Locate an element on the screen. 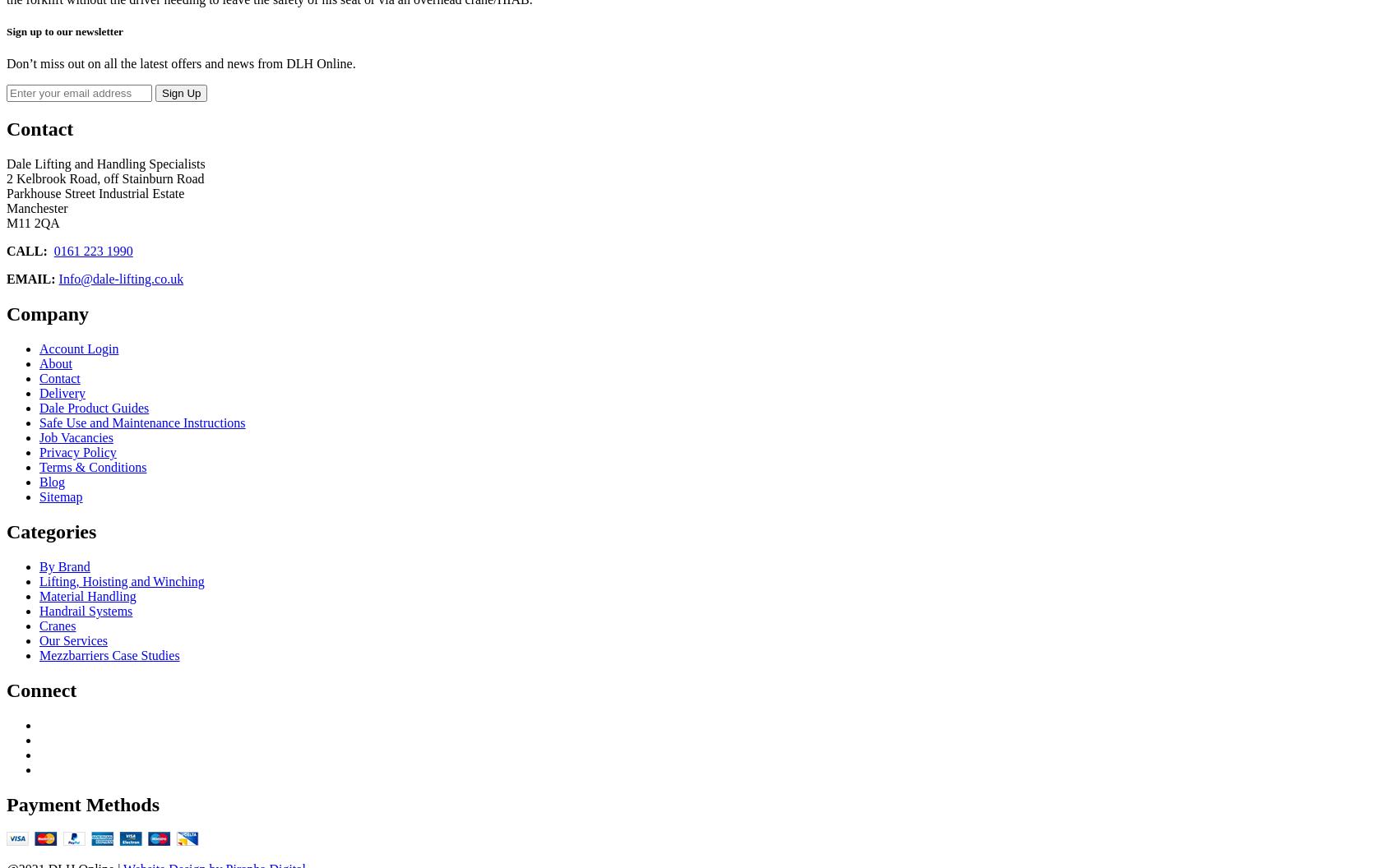 Image resolution: width=1398 pixels, height=868 pixels. 'Delivery' is located at coordinates (39, 392).